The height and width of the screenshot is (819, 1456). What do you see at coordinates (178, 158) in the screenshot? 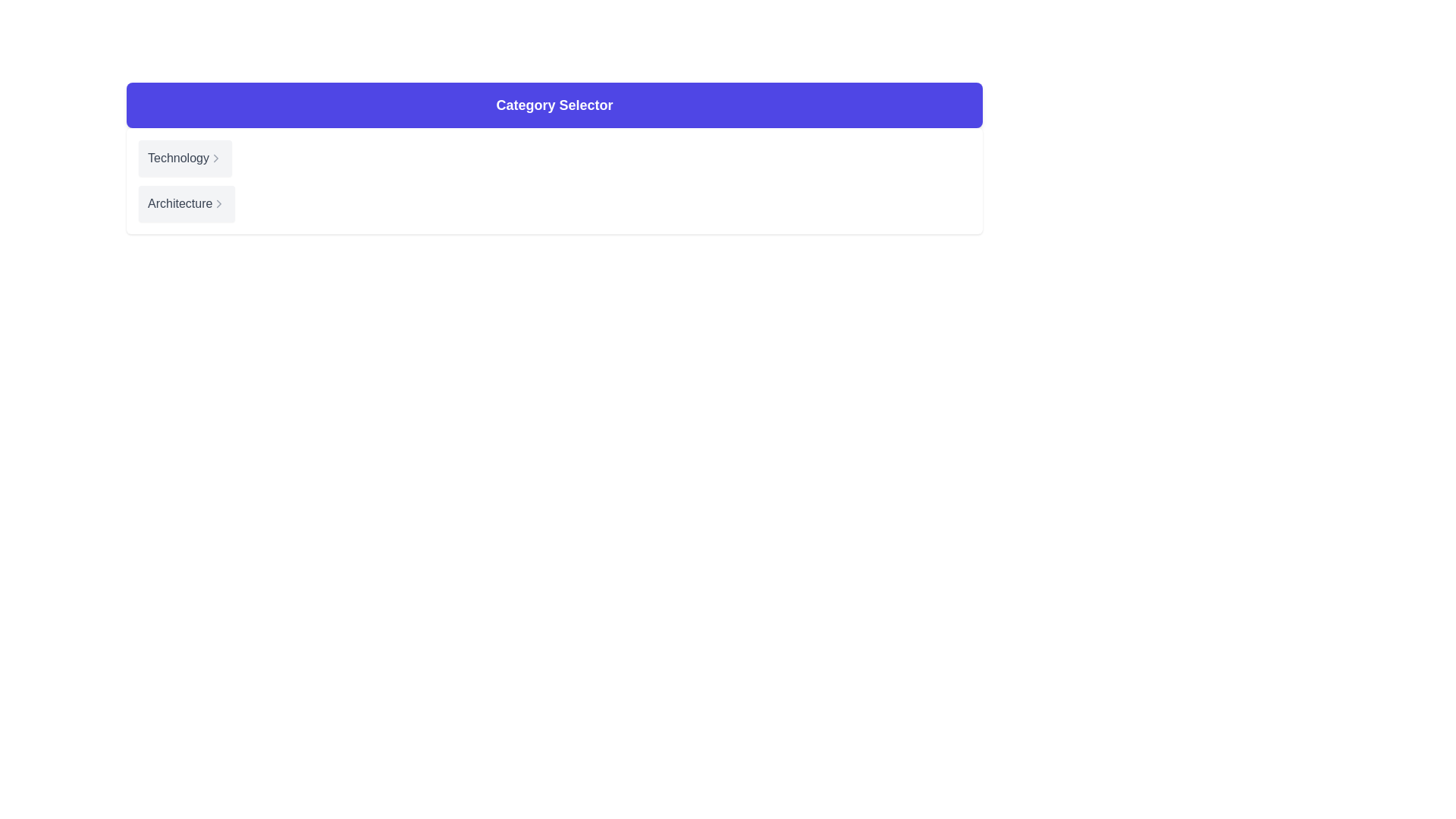
I see `text label element that describes the category 'Technology', located at the top-left corner of the interactive content area` at bounding box center [178, 158].